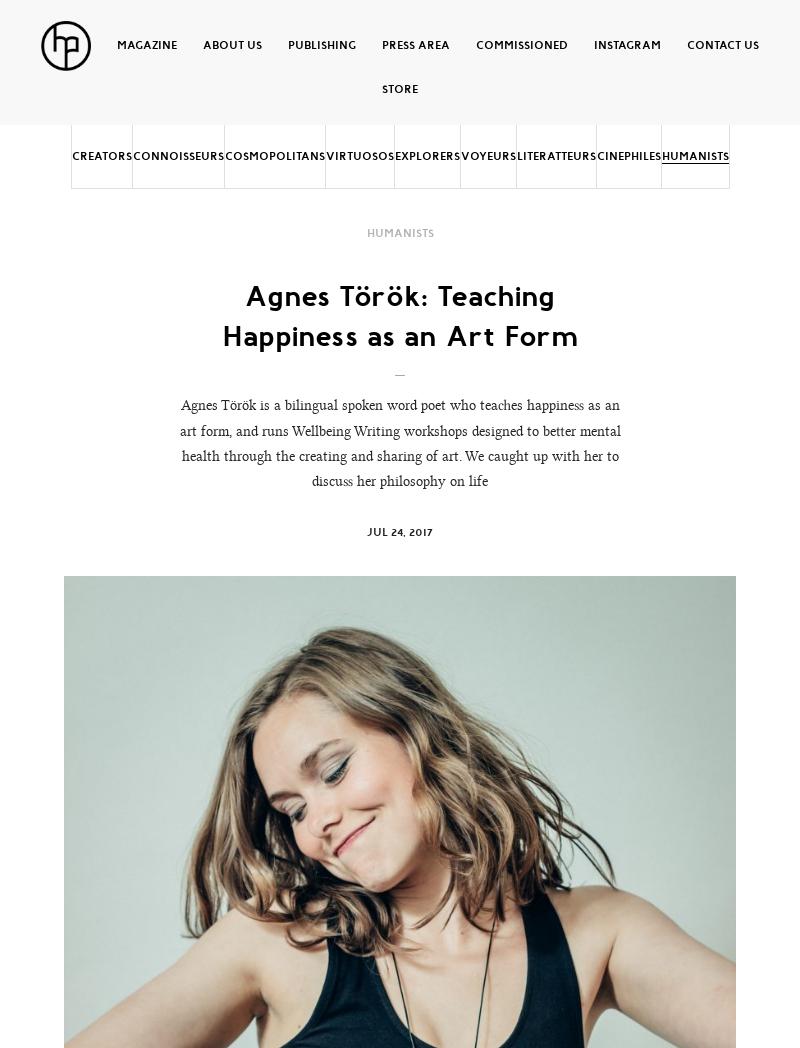 This screenshot has height=1048, width=800. Describe the element at coordinates (321, 43) in the screenshot. I see `'Publishing'` at that location.